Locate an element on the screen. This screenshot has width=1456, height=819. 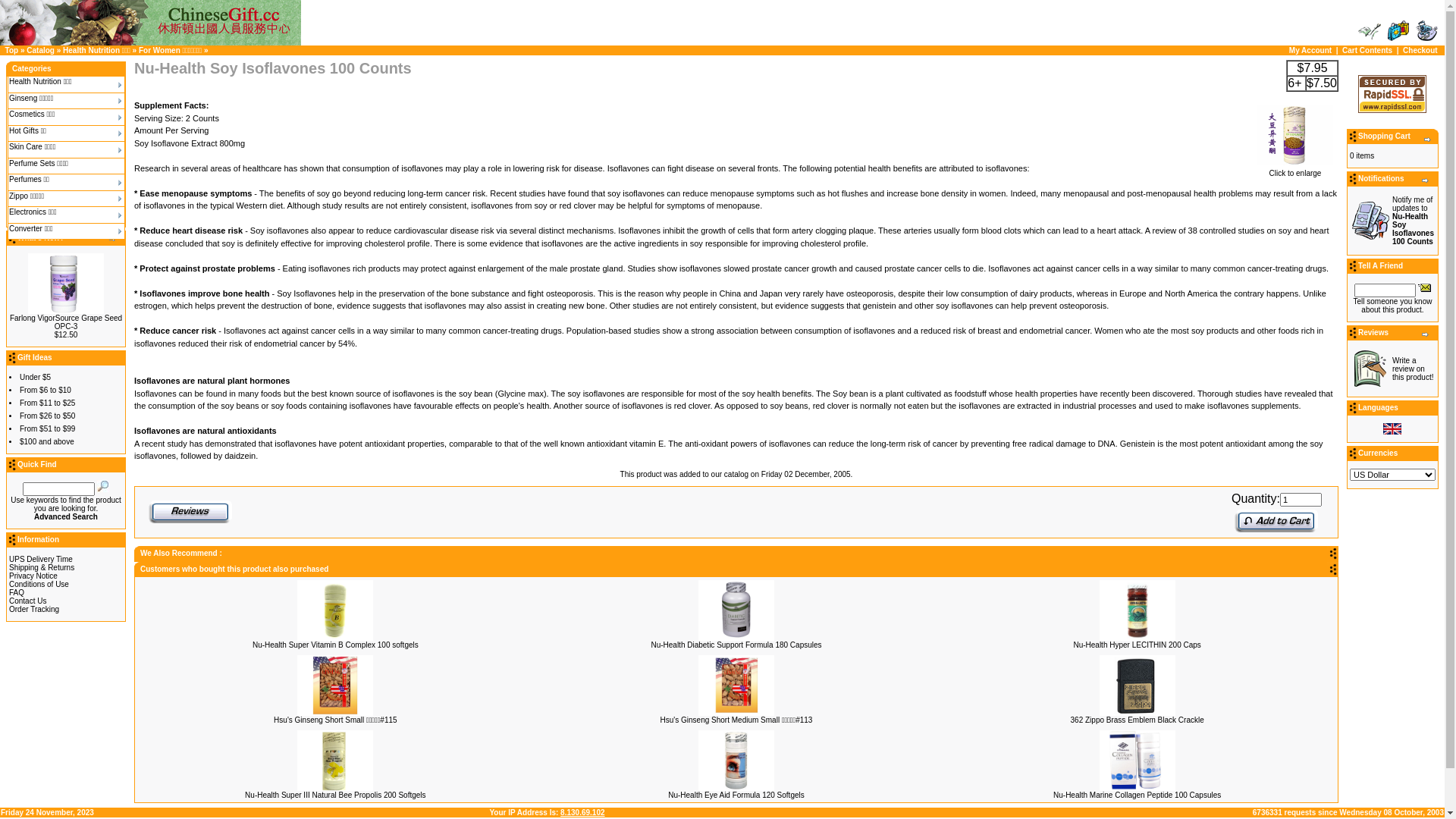
' Nu-Health Hyper LECITHIN 200 Caps ' is located at coordinates (1137, 608).